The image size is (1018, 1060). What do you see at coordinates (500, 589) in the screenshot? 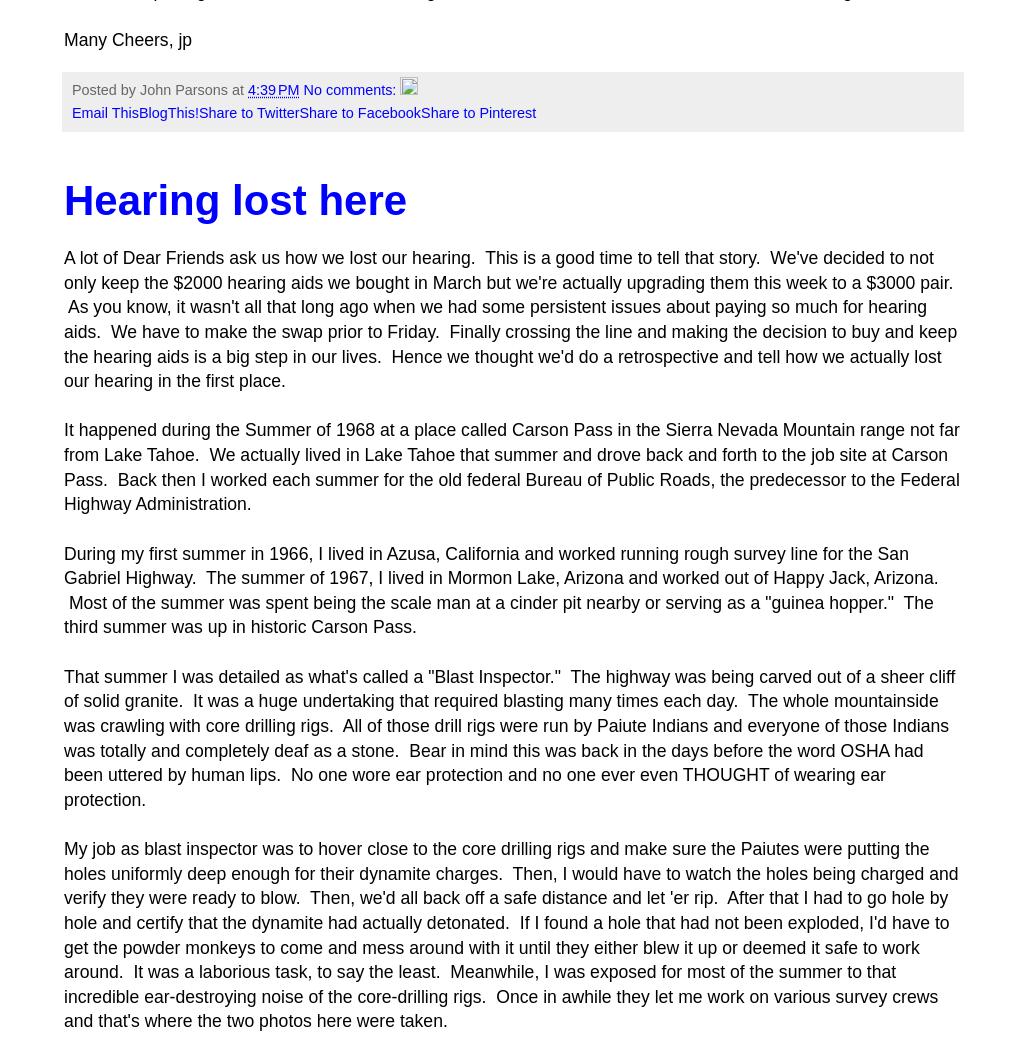
I see `'During my first summer in 1966, I lived in Azusa, California and worked running rough survey line for the San Gabriel Highway.  The summer of 1967, I lived in Mormon Lake, Arizona and worked out of Happy Jack, Arizona.  Most of the summer was spent being the scale man at a cinder pit nearby or serving as a "guinea hopper."  The third summer was up in historic Carson Pass.'` at bounding box center [500, 589].